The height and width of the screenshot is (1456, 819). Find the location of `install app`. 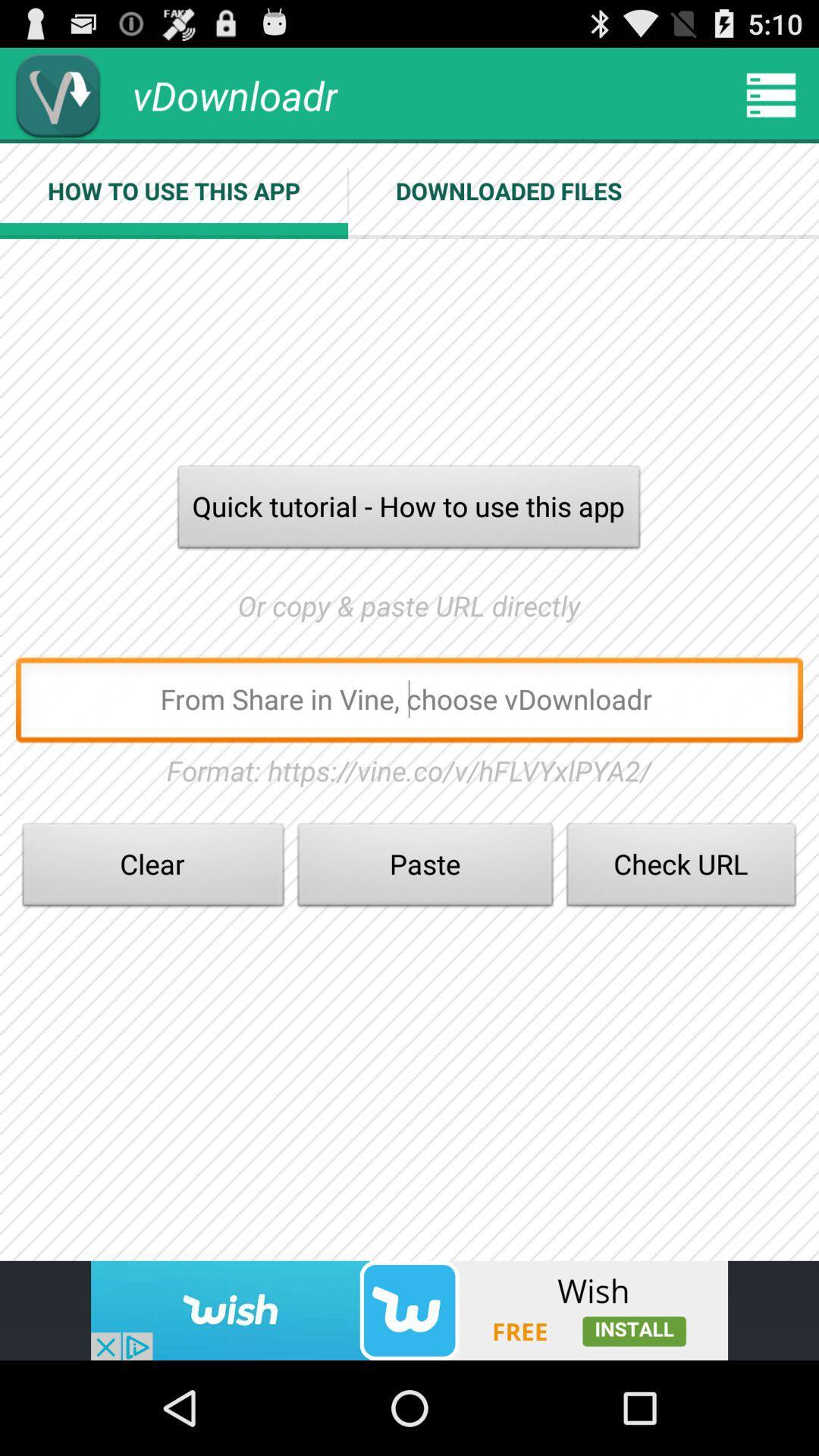

install app is located at coordinates (409, 1310).